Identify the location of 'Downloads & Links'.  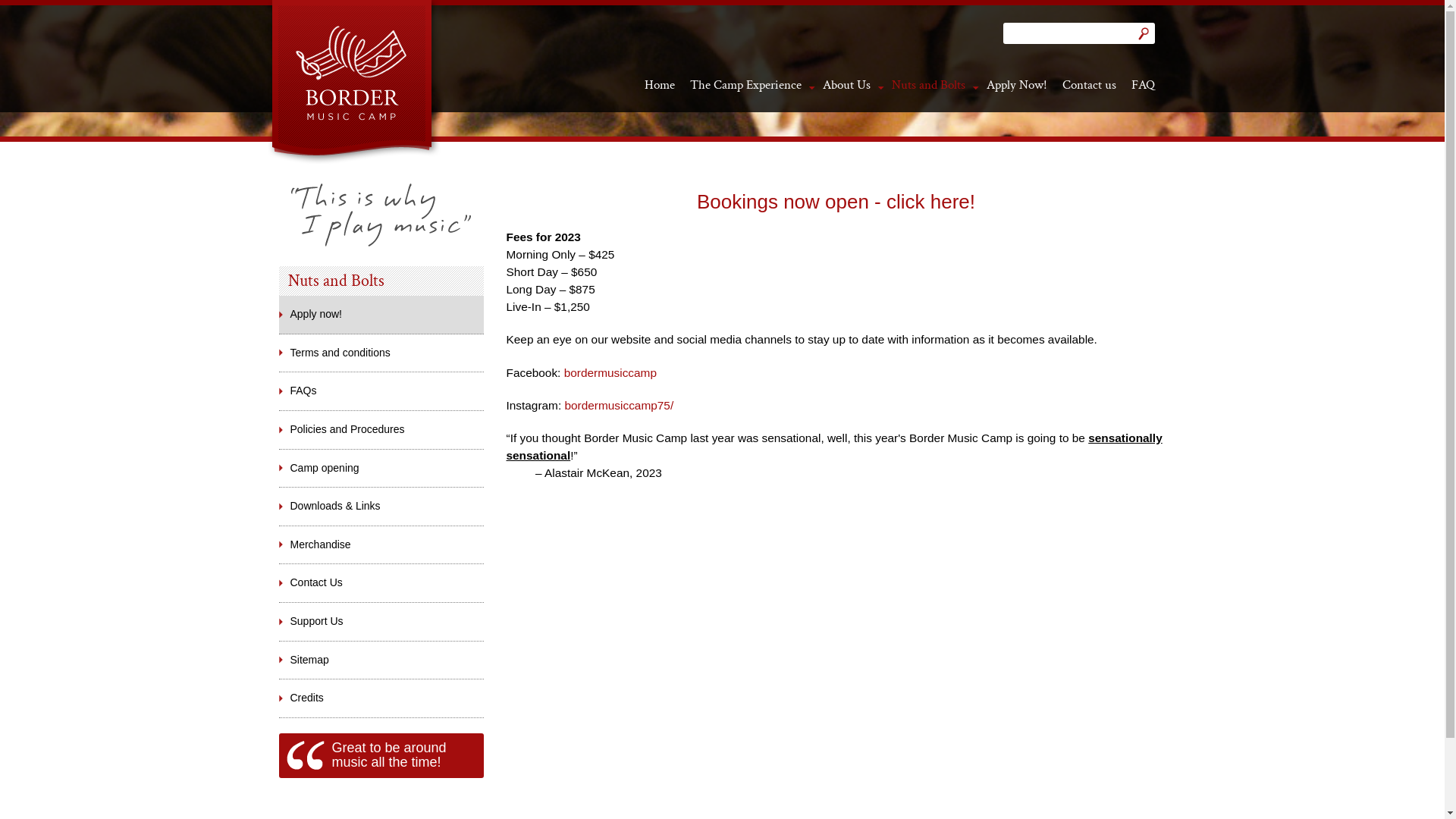
(381, 506).